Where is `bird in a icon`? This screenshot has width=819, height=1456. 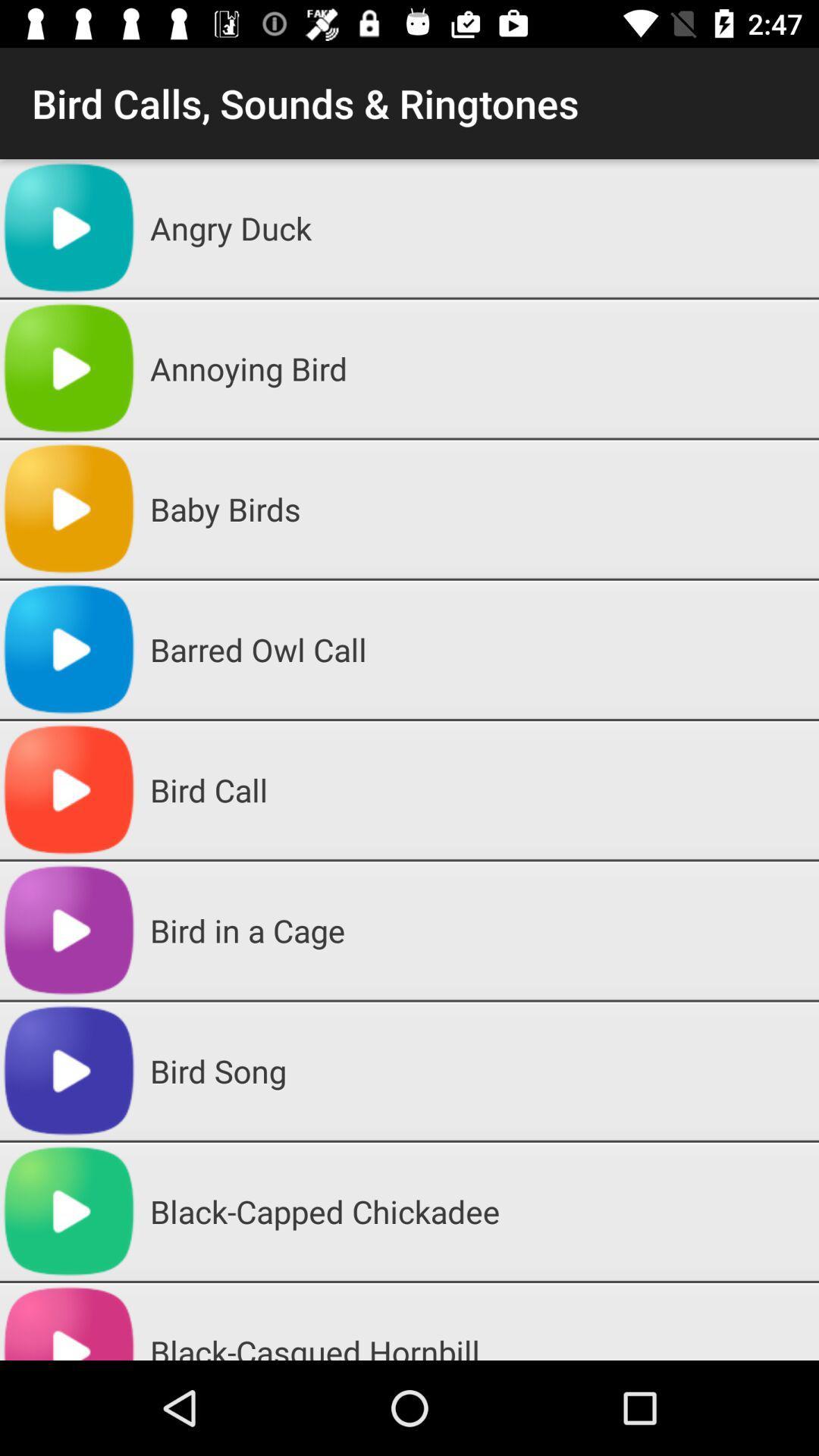 bird in a icon is located at coordinates (479, 930).